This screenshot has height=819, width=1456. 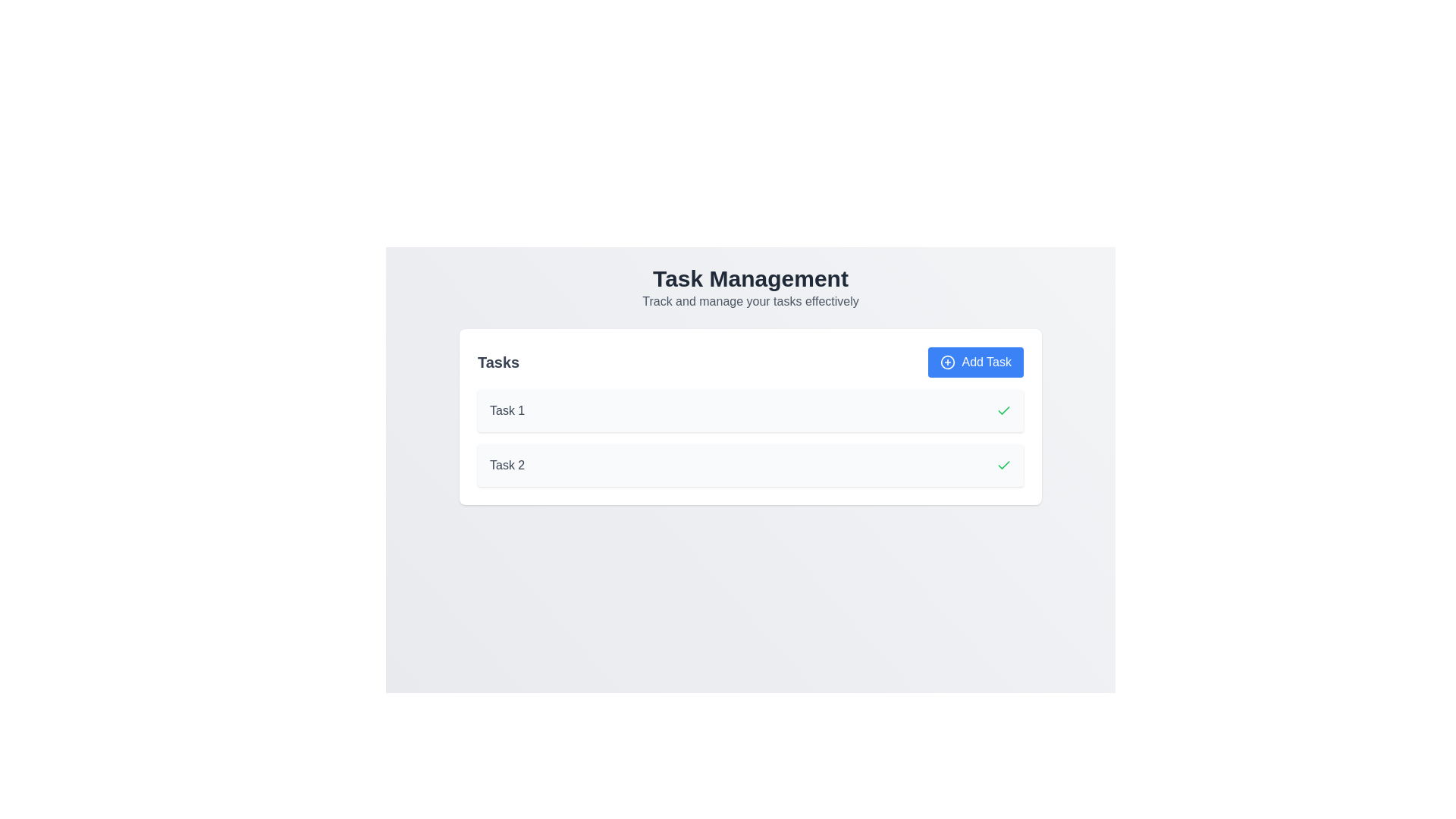 What do you see at coordinates (750, 411) in the screenshot?
I see `details about the task labeled 'Task 1' in the to-do list, which is indicated by a green checkmark and is the first item in the 'Tasks' section` at bounding box center [750, 411].